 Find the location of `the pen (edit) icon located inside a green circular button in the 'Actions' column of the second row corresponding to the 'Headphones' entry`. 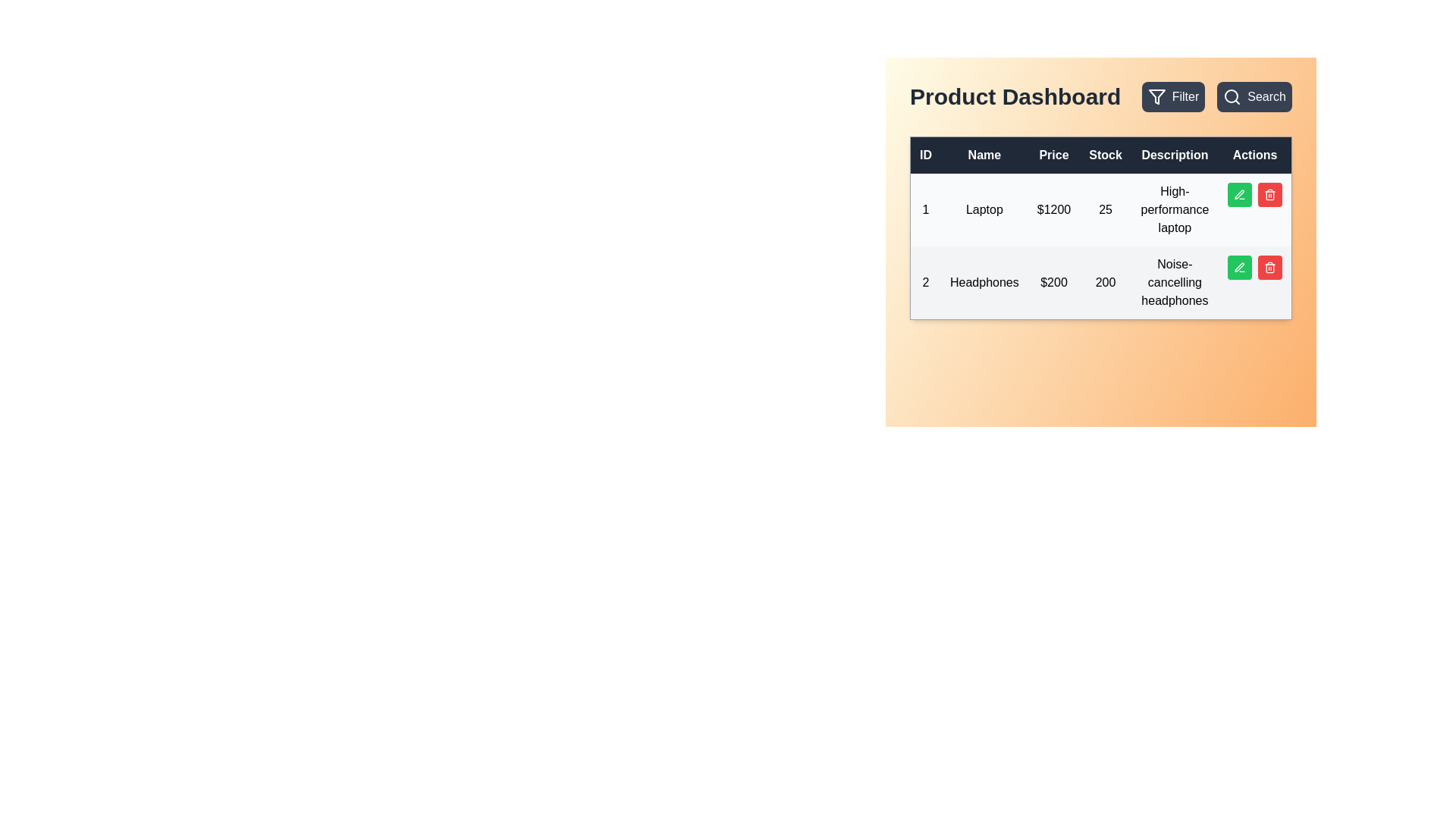

the pen (edit) icon located inside a green circular button in the 'Actions' column of the second row corresponding to the 'Headphones' entry is located at coordinates (1239, 193).